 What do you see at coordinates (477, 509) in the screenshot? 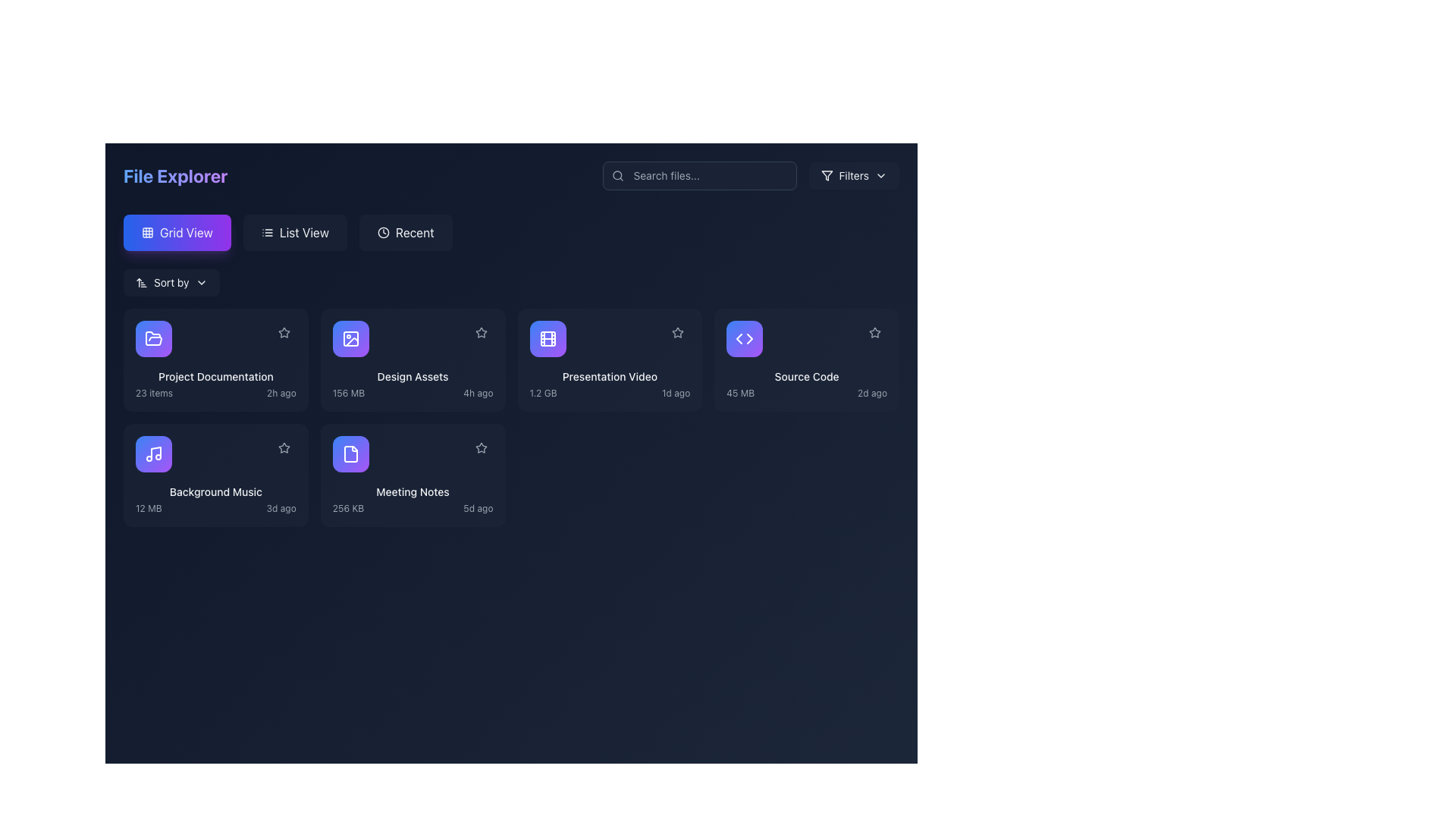
I see `the static text label displaying '5d ago' in light gray text, located in the lower-right corner of the 'Meeting Notes' card` at bounding box center [477, 509].